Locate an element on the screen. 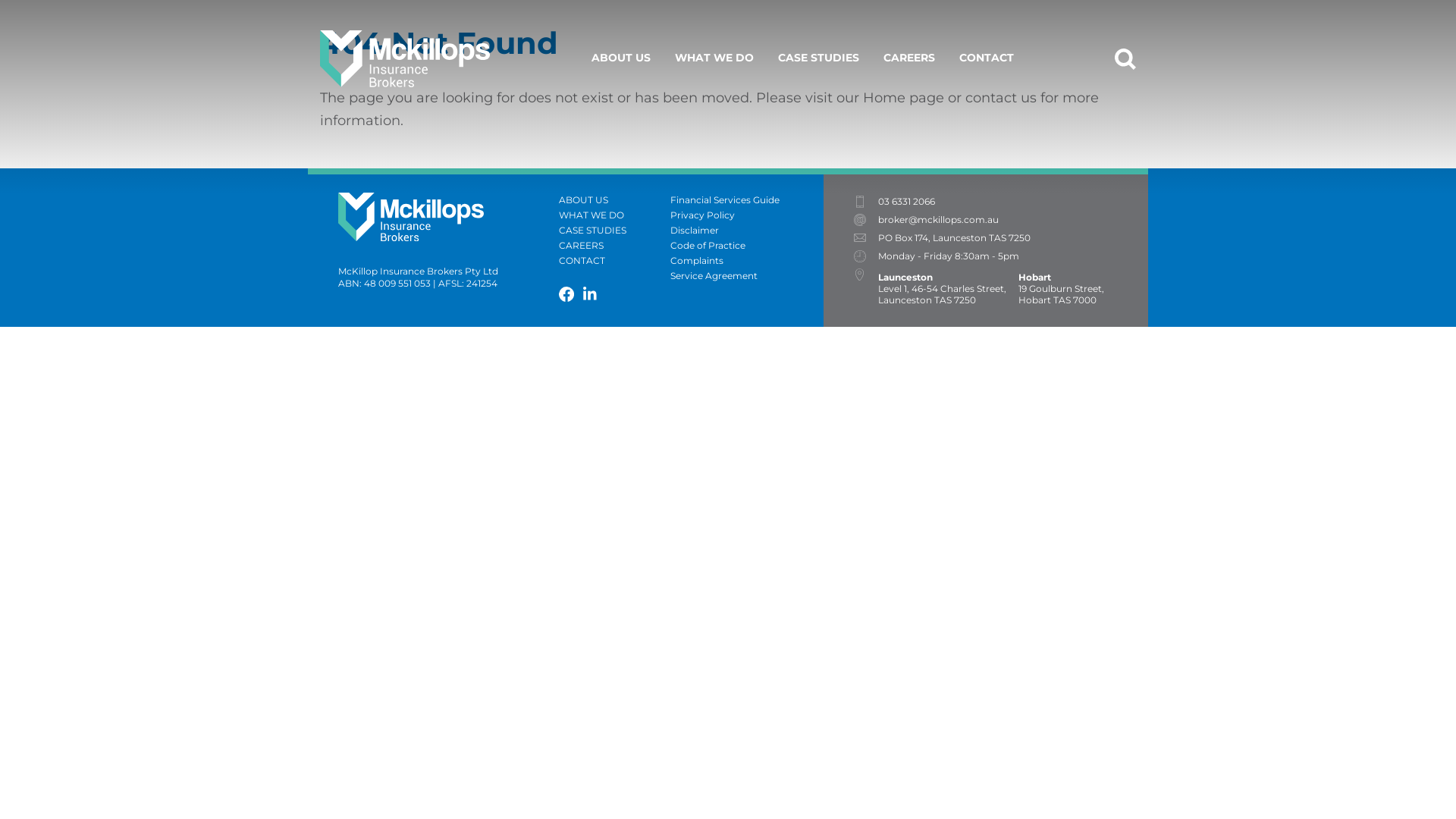 Image resolution: width=1456 pixels, height=819 pixels. 'CAREERS' is located at coordinates (614, 245).